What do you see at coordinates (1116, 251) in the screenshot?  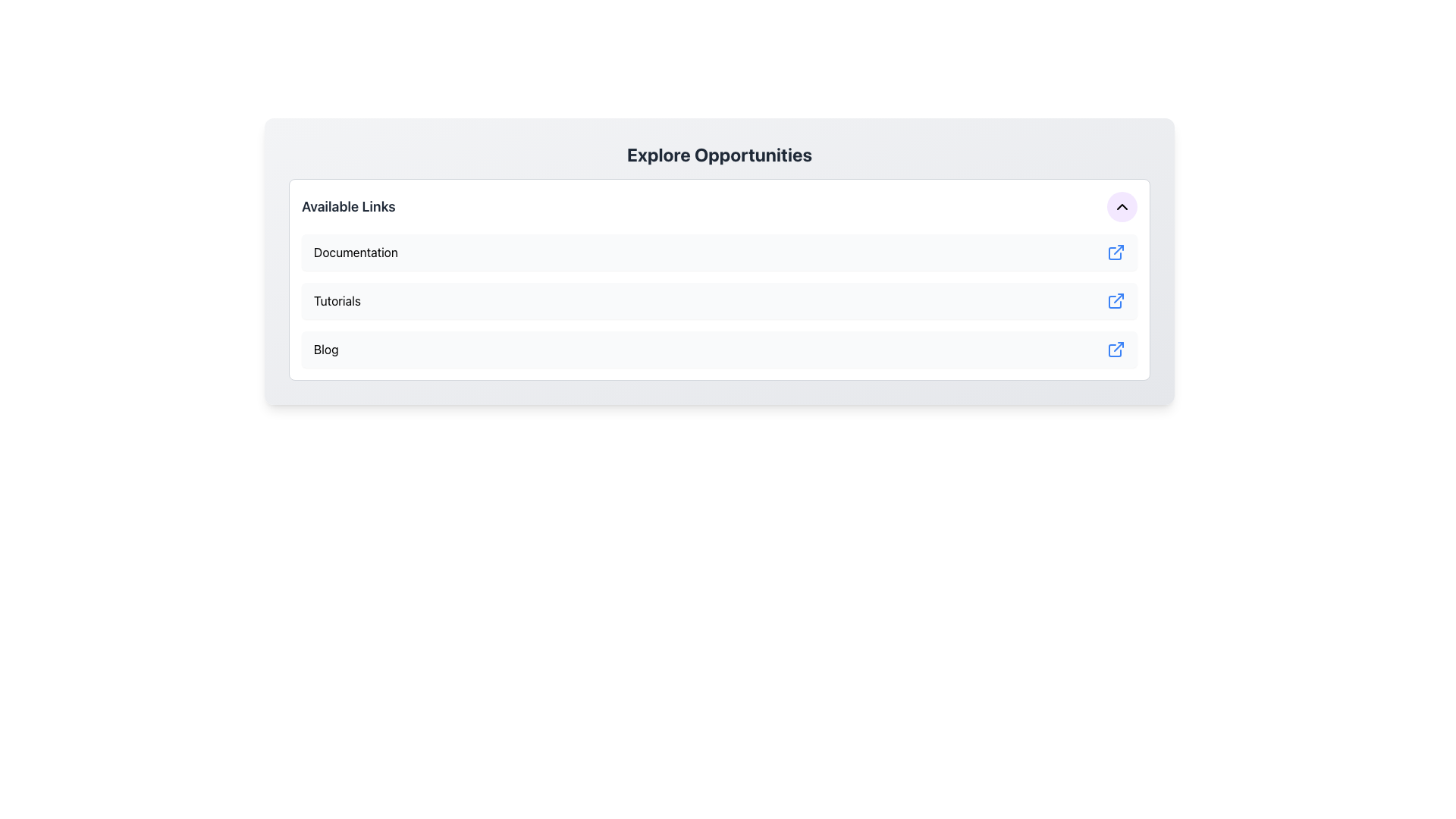 I see `the external link icon located to the right of the 'Documentation' label in the 'Available Links' section` at bounding box center [1116, 251].